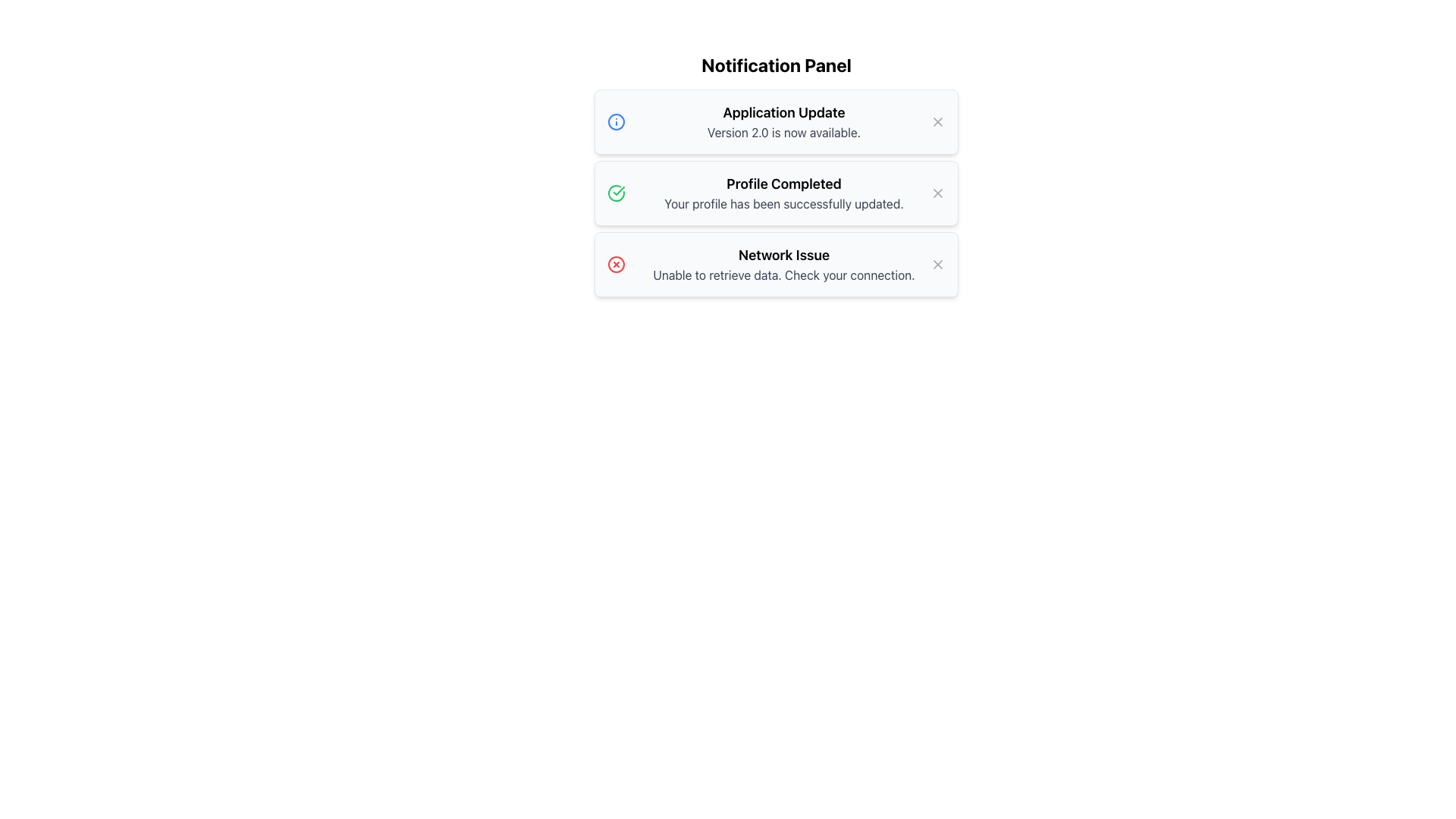 The width and height of the screenshot is (1456, 819). I want to click on the visual appearance of the close icon represented by a small cross-shaped icon located in the top-right corner of the 'Application Update' notification panel, so click(937, 121).